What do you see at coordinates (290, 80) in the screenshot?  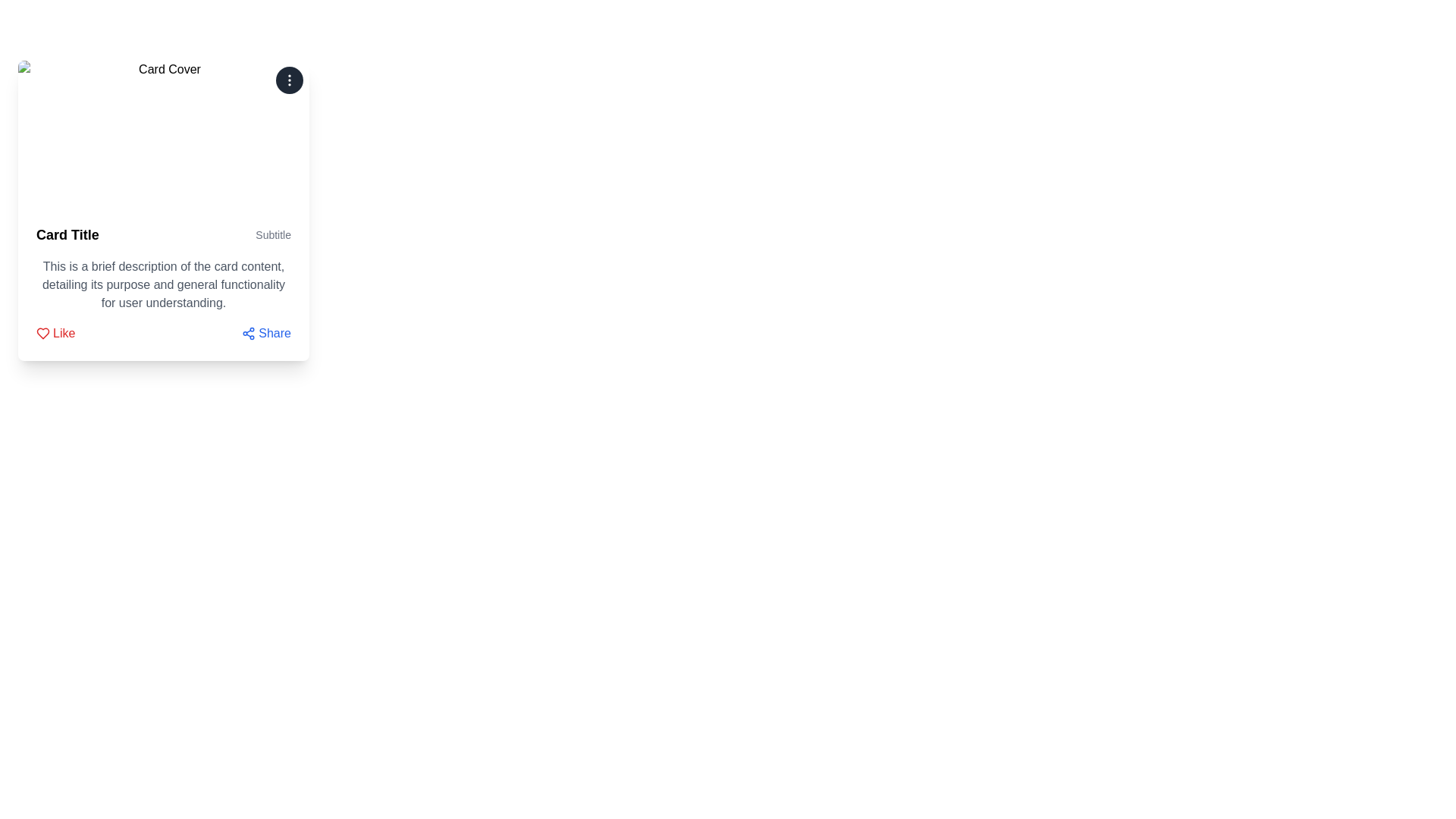 I see `the circular button with three vertically aligned dots located at the top-right corner of the content card` at bounding box center [290, 80].